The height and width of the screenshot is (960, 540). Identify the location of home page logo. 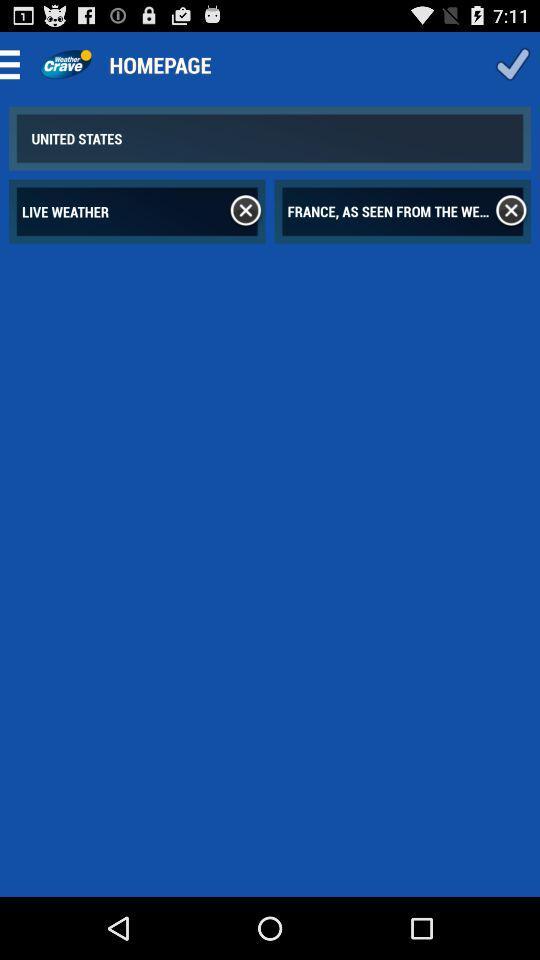
(65, 64).